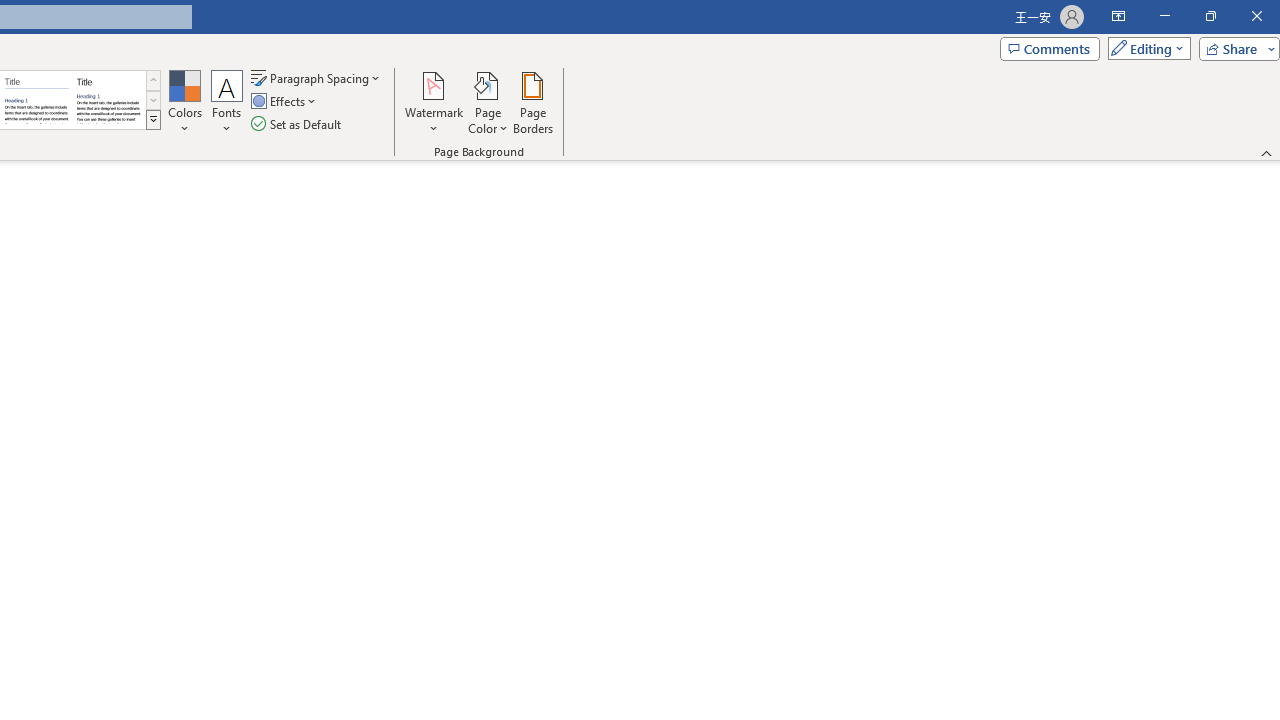 The width and height of the screenshot is (1280, 720). I want to click on 'Set as Default', so click(297, 124).